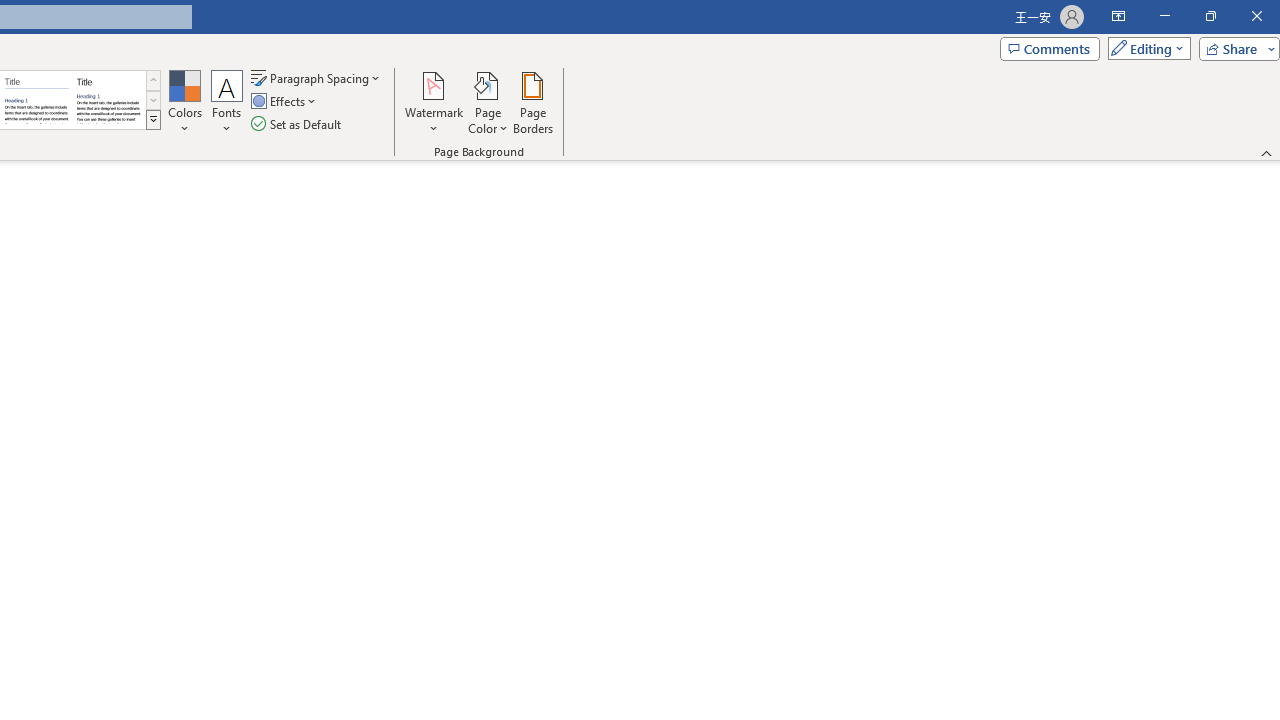 The width and height of the screenshot is (1280, 720). I want to click on 'Set as Default', so click(297, 124).